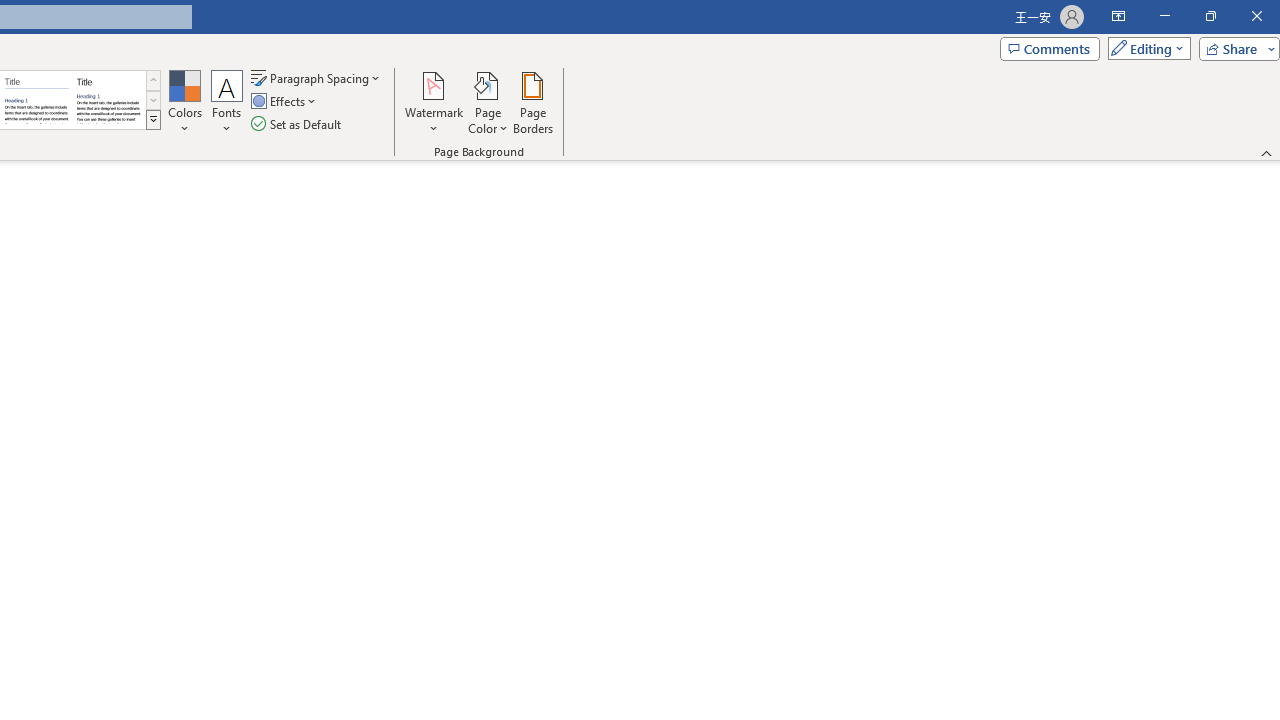 The width and height of the screenshot is (1280, 720). I want to click on 'Set as Default', so click(297, 124).